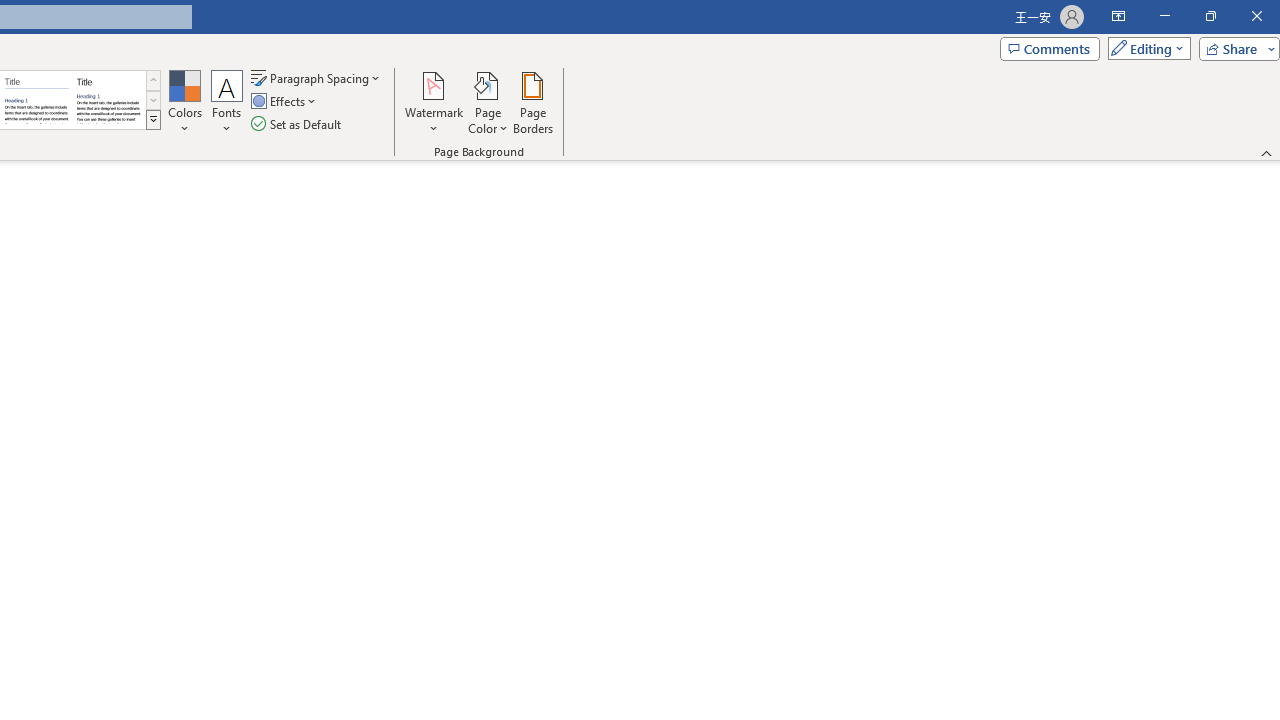 The width and height of the screenshot is (1280, 720). I want to click on 'Set as Default', so click(297, 124).